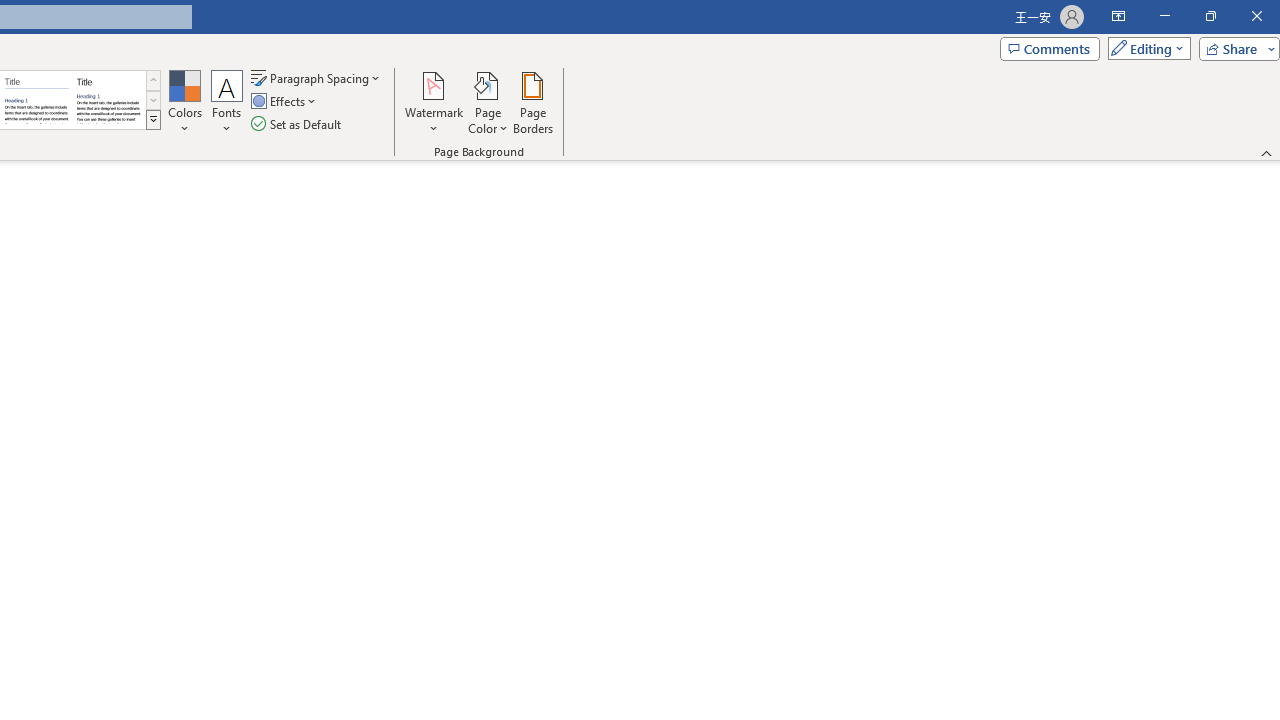 The width and height of the screenshot is (1280, 720). I want to click on 'Set as Default', so click(297, 124).